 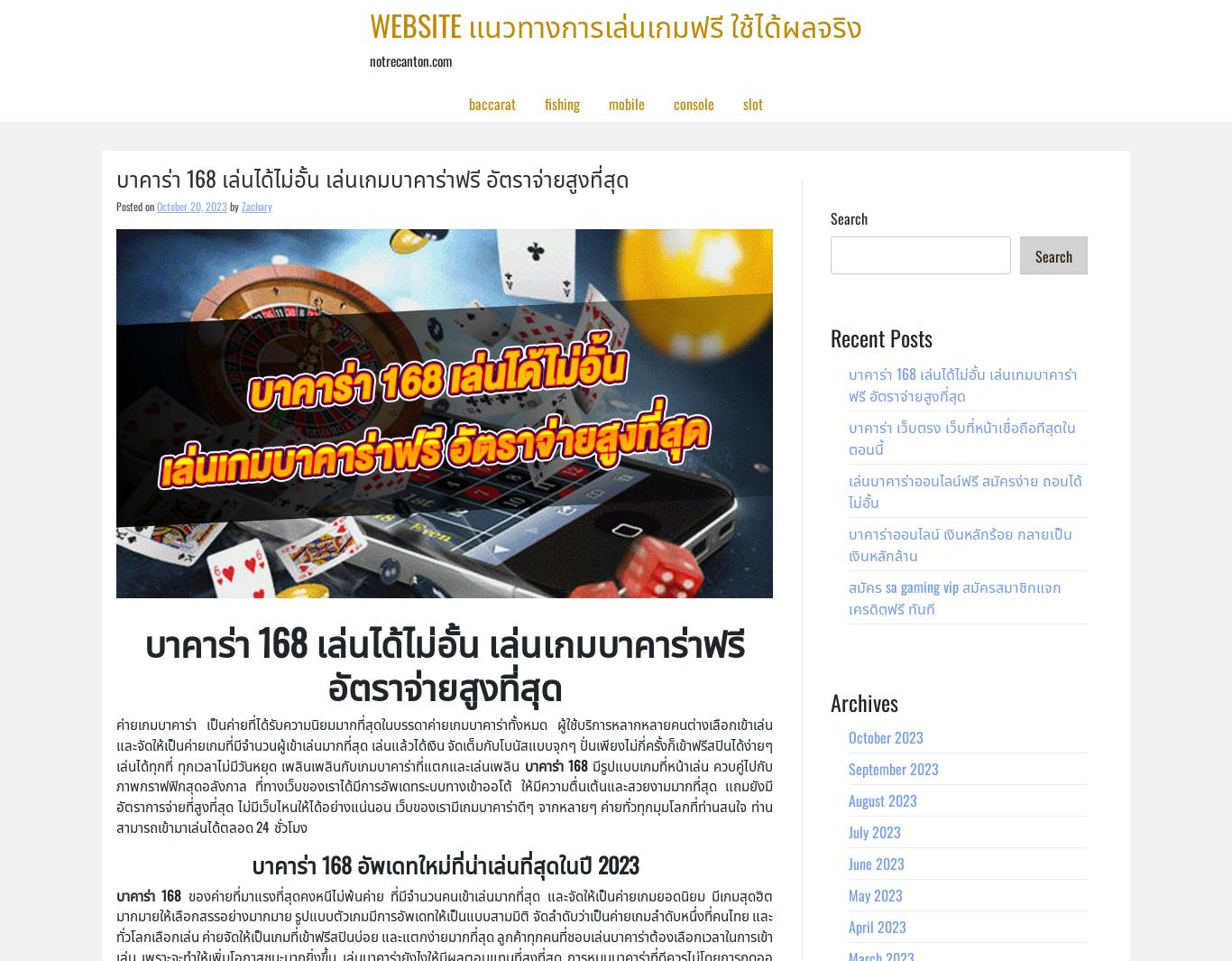 I want to click on 'April 2023', so click(x=849, y=926).